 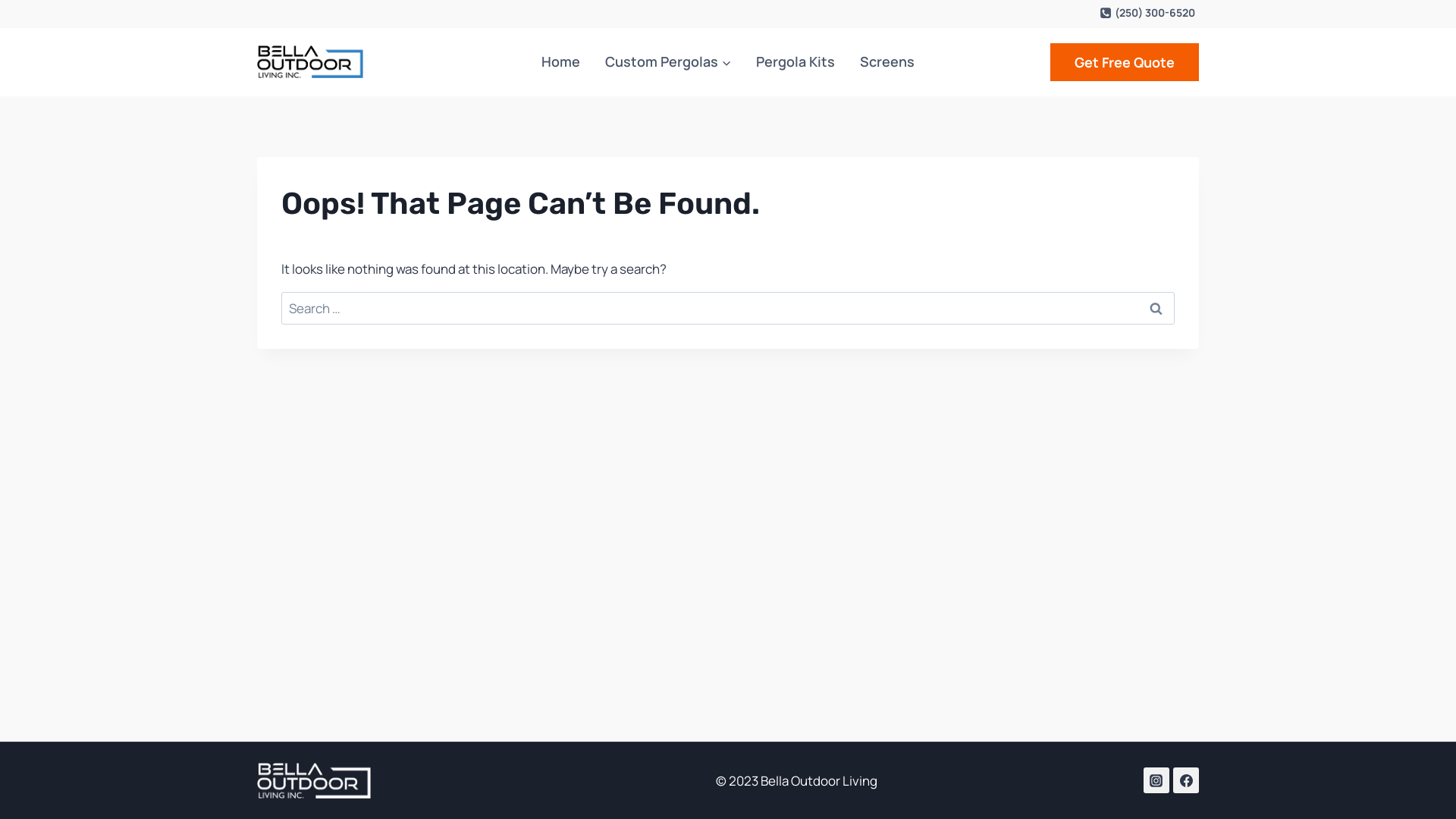 What do you see at coordinates (560, 61) in the screenshot?
I see `'Home'` at bounding box center [560, 61].